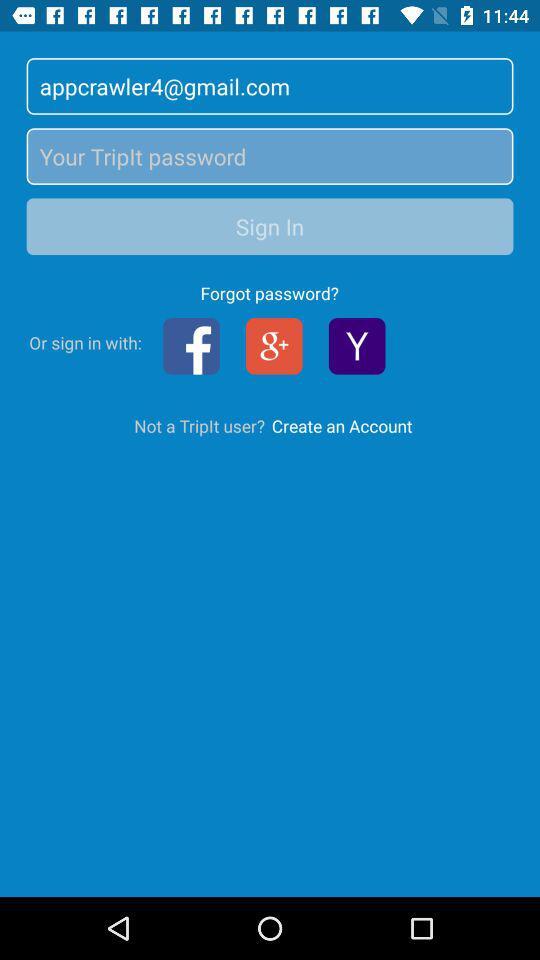  What do you see at coordinates (191, 346) in the screenshot?
I see `the facebook icon` at bounding box center [191, 346].